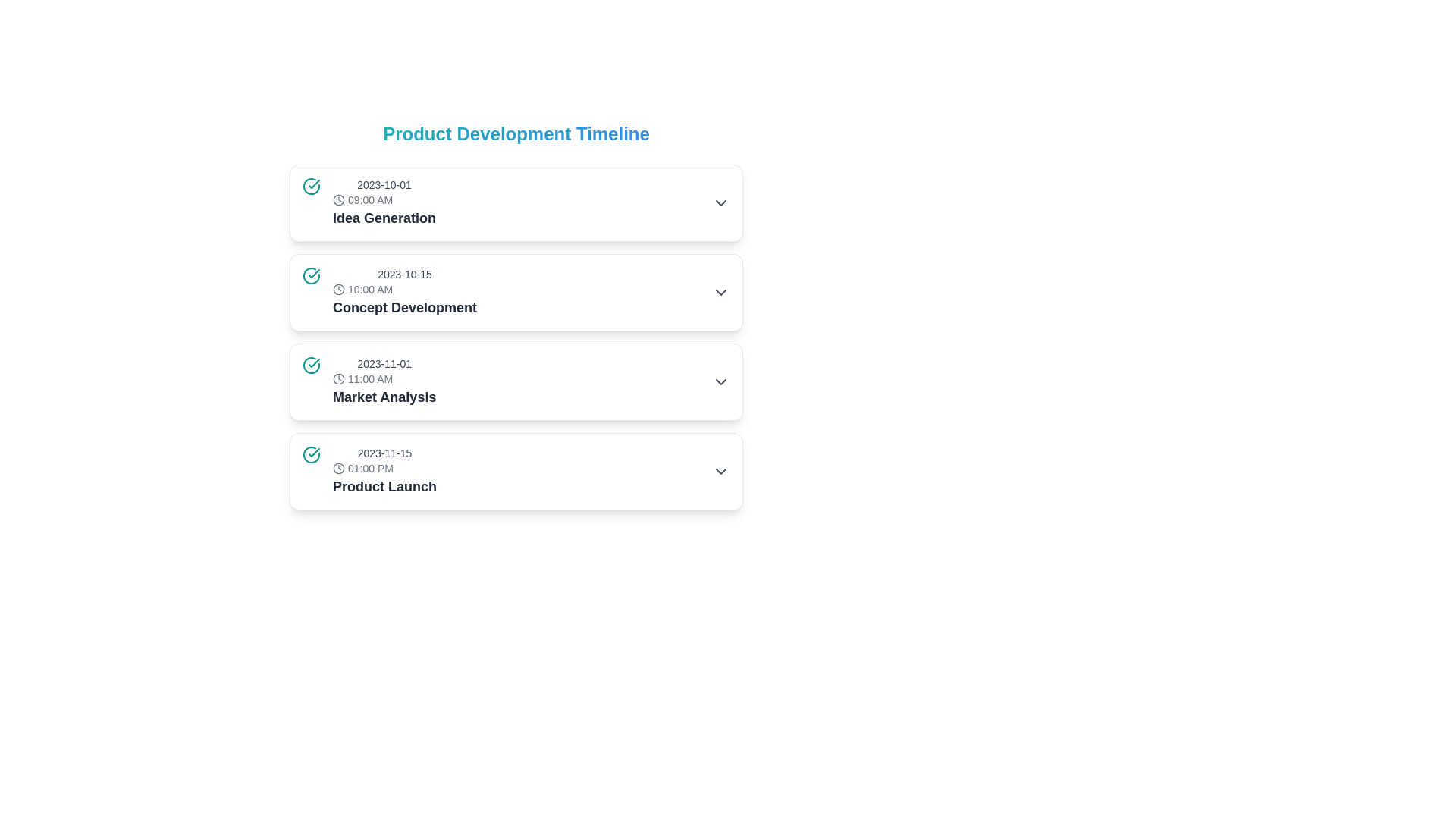  Describe the element at coordinates (337, 289) in the screenshot. I see `icon that indicates the time associated with the '2023-10-15 Concept Development' entry, located to the left of the text '10:00 AM'` at that location.